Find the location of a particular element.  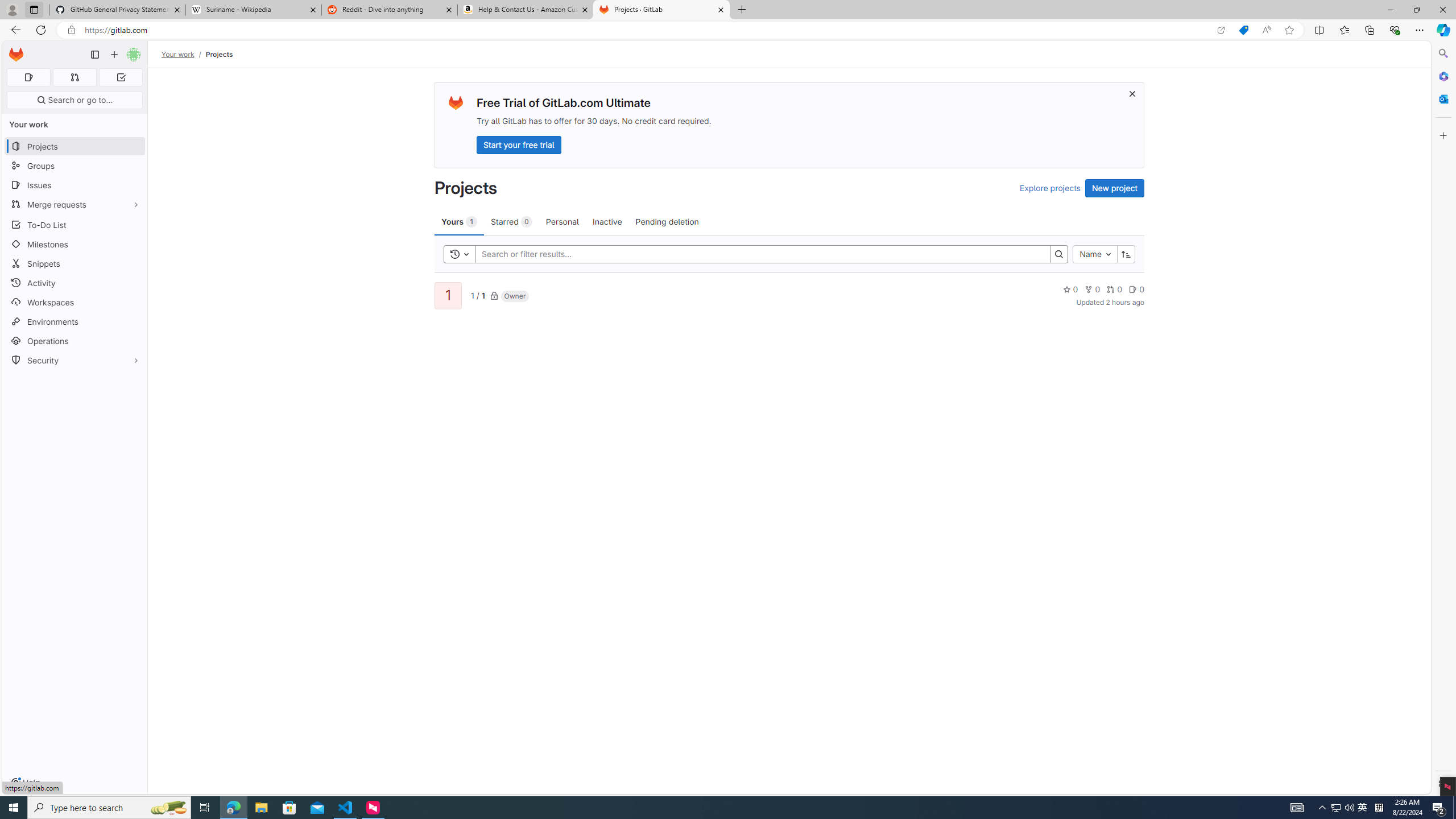

'Start your free trial' is located at coordinates (519, 144).